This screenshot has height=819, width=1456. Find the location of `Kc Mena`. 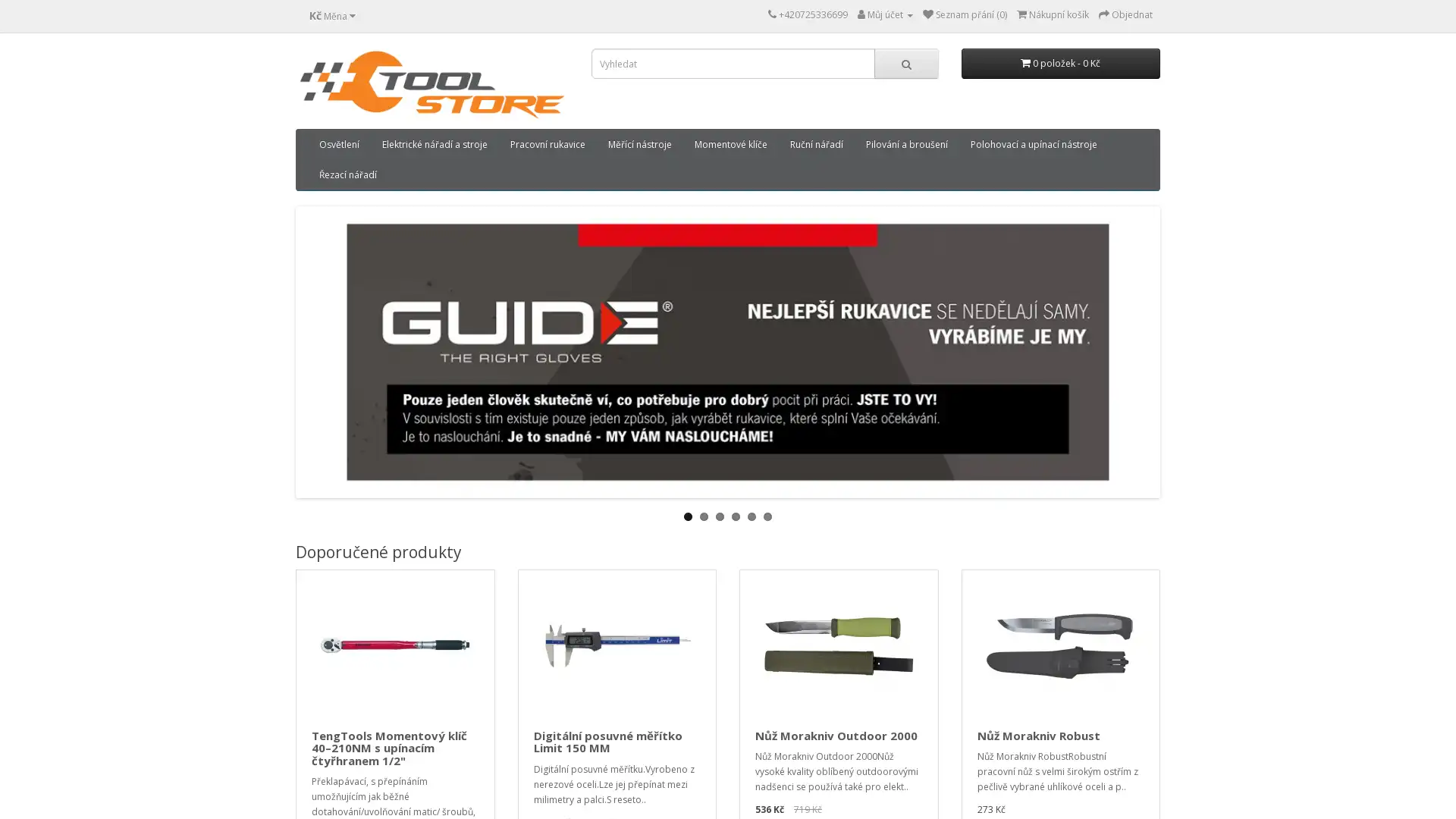

Kc Mena is located at coordinates (331, 15).